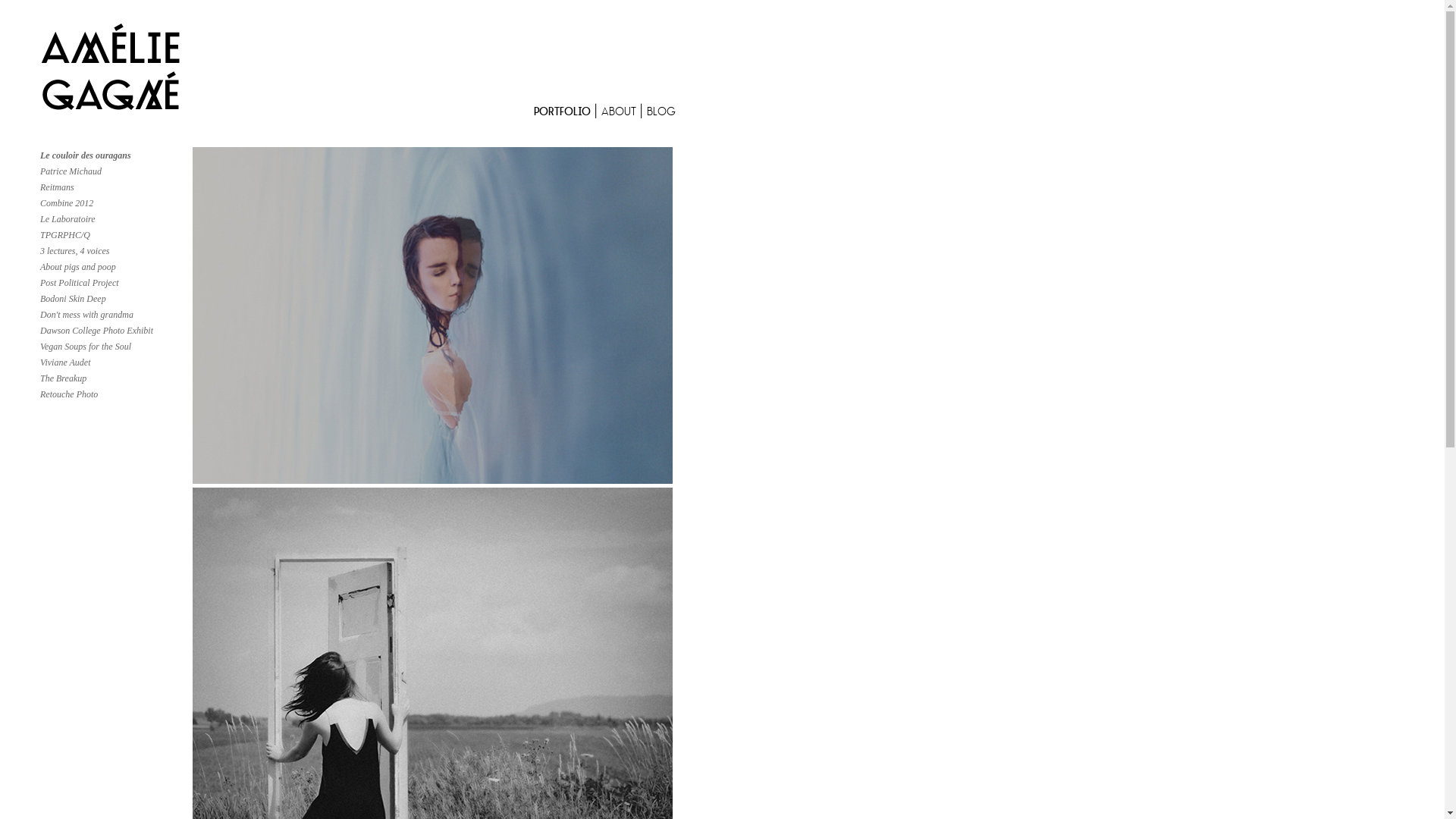  I want to click on 'Dawson College Photo Exhibit', so click(96, 329).